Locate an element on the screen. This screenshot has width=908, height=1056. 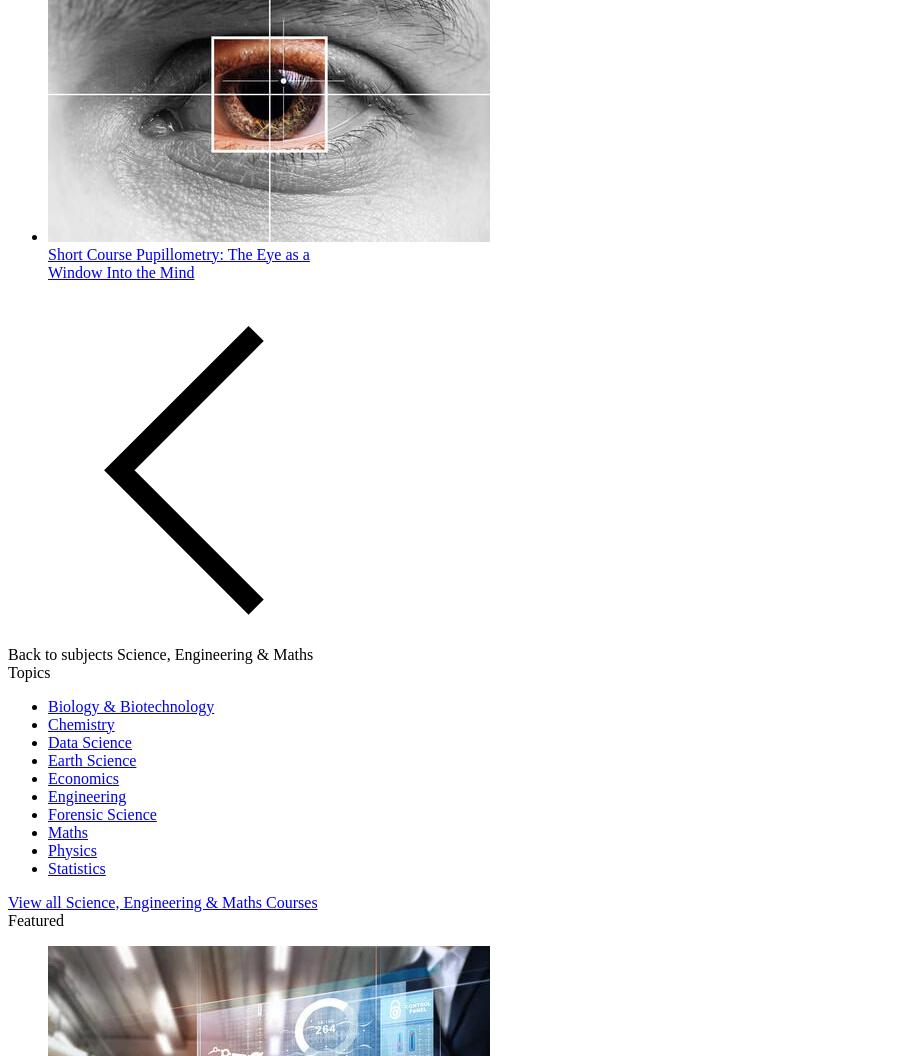
'Earth Science' is located at coordinates (90, 758).